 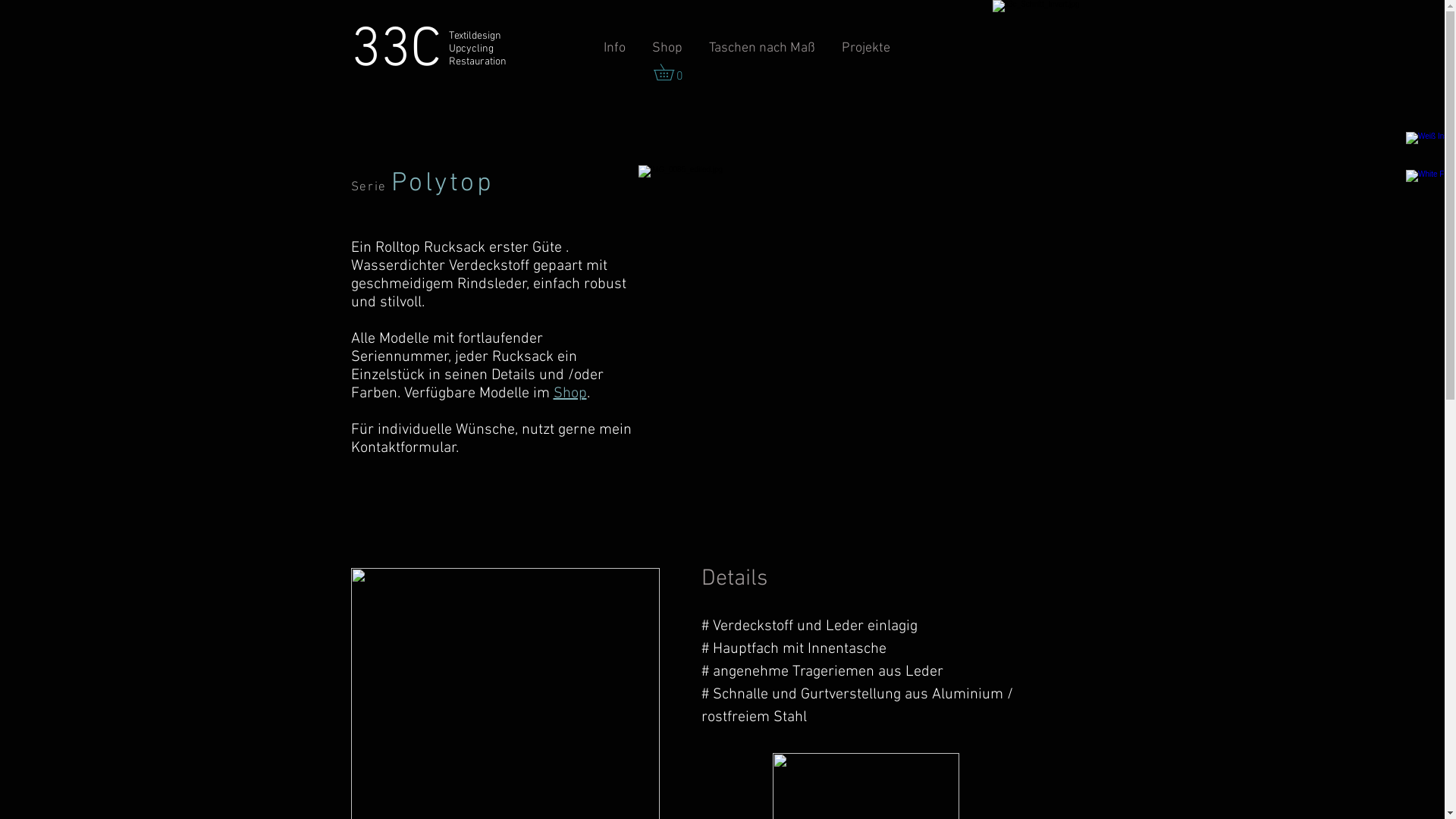 I want to click on '0', so click(x=671, y=72).